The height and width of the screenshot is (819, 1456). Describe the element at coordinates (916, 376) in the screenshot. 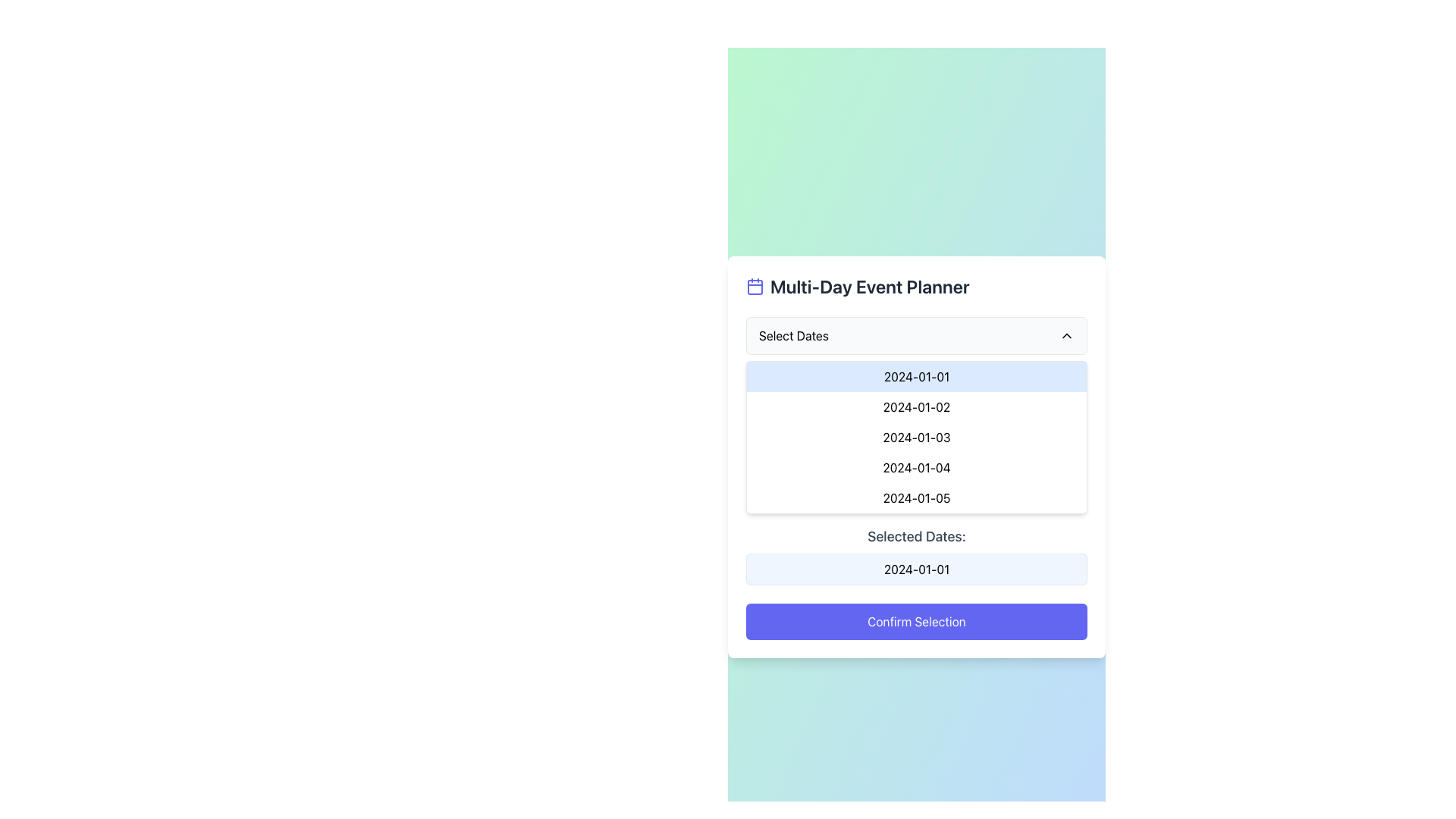

I see `the selectable item displaying the date '2024-01-01' in the dropdown menu` at that location.